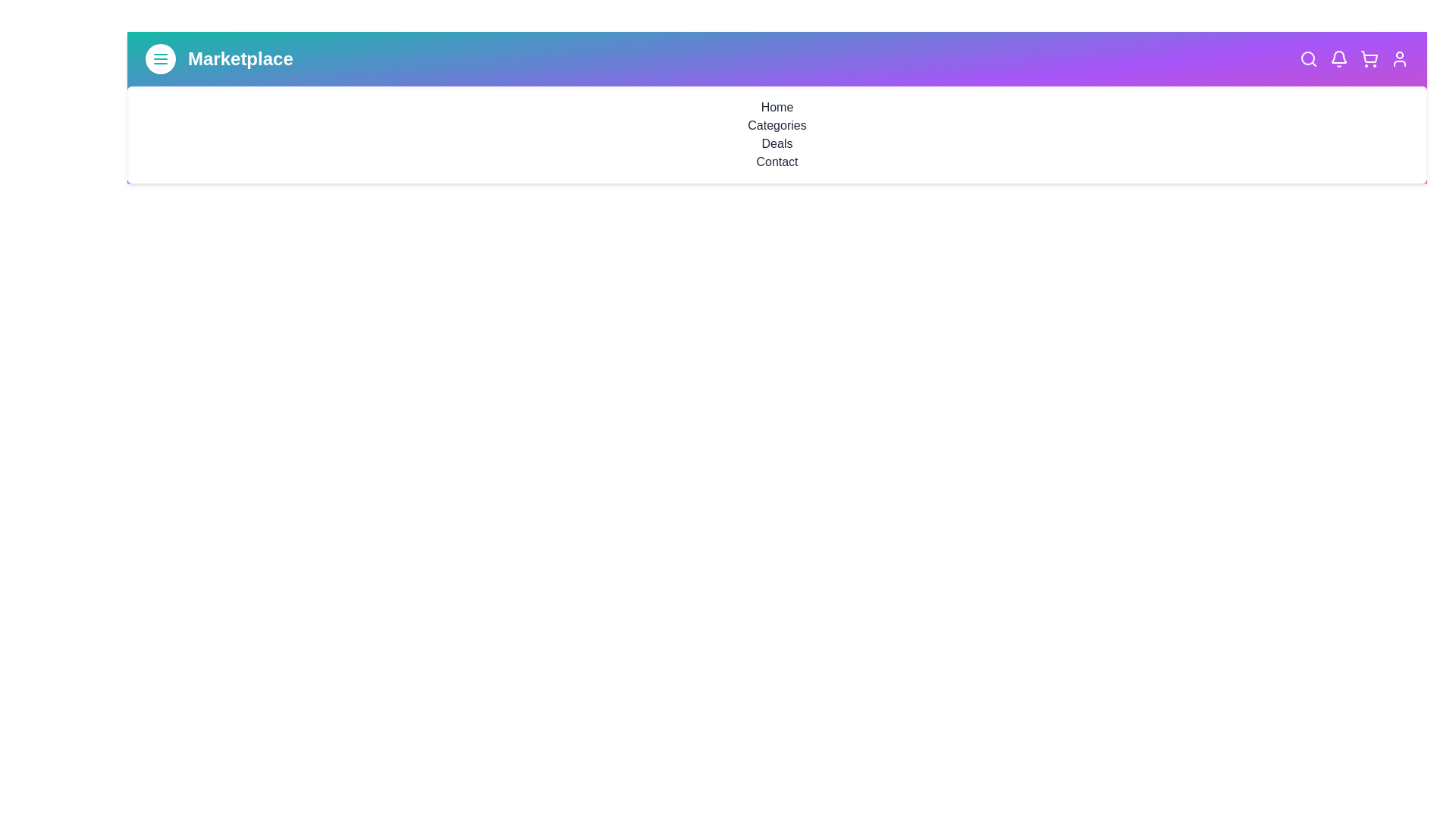 This screenshot has width=1456, height=819. I want to click on the cart icon in the app bar, so click(1369, 58).